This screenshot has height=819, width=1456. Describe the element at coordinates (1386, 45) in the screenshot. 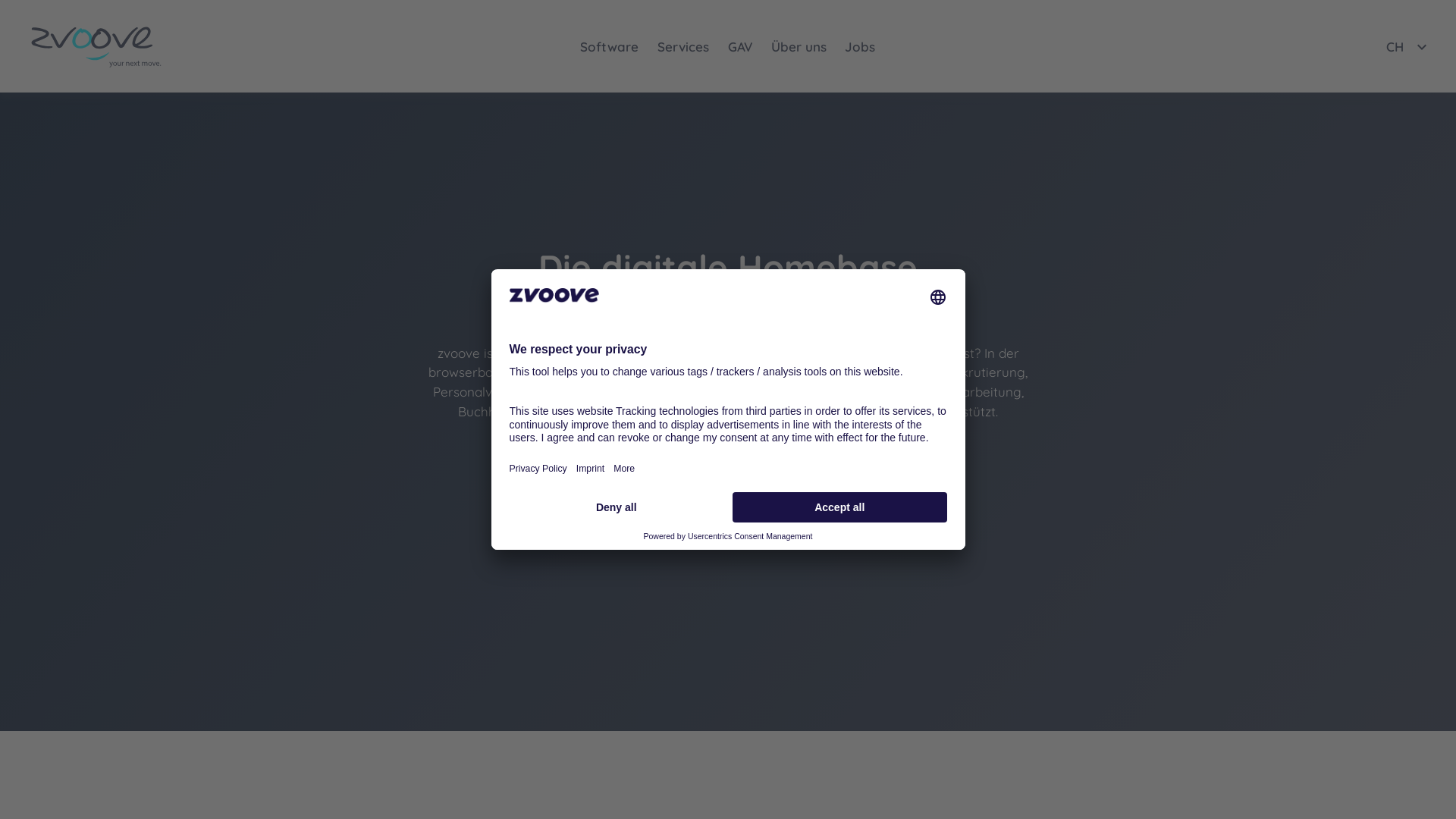

I see `'CH` at that location.